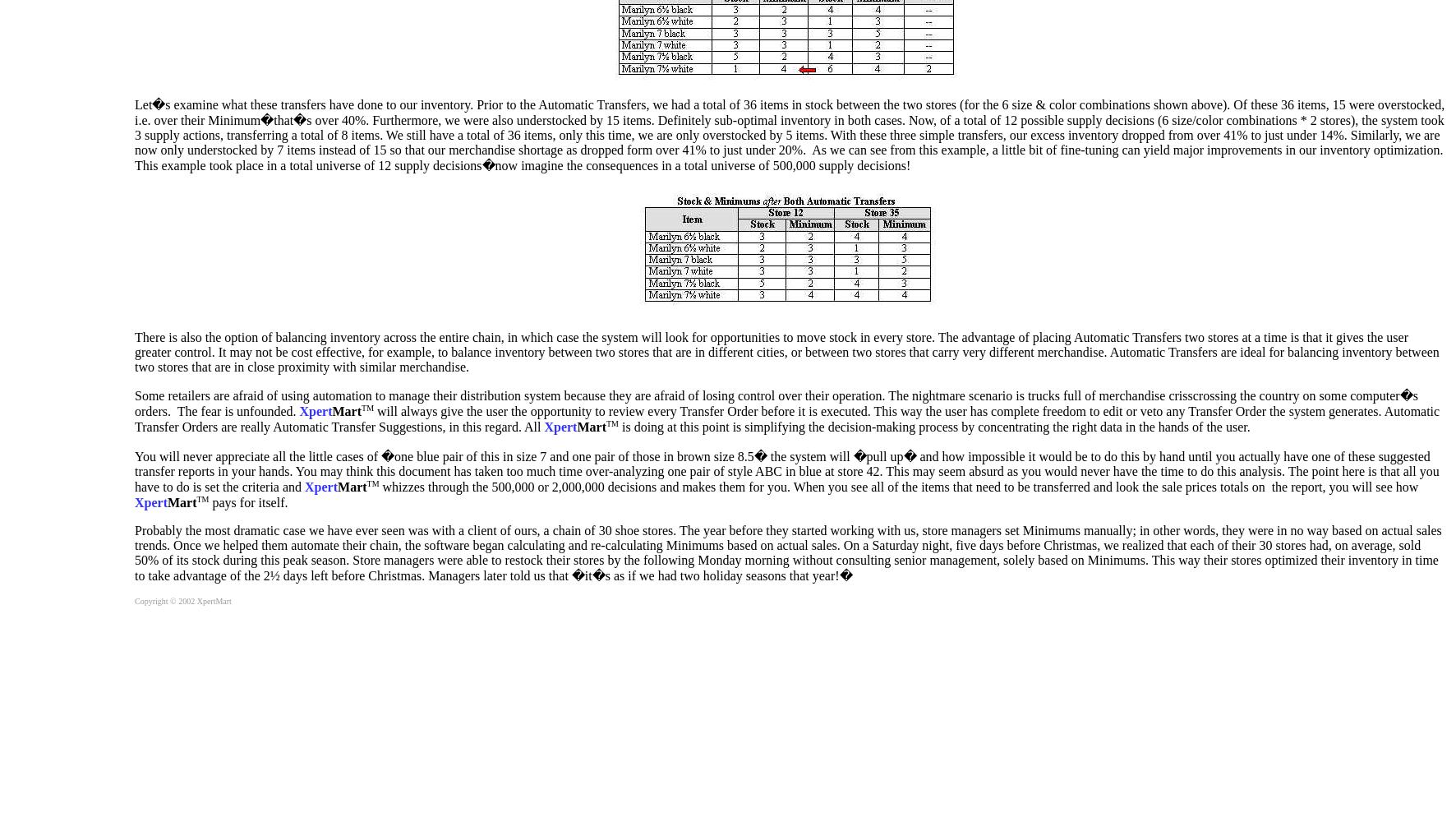 The image size is (1456, 822). I want to click on 'pays for itself.', so click(247, 501).